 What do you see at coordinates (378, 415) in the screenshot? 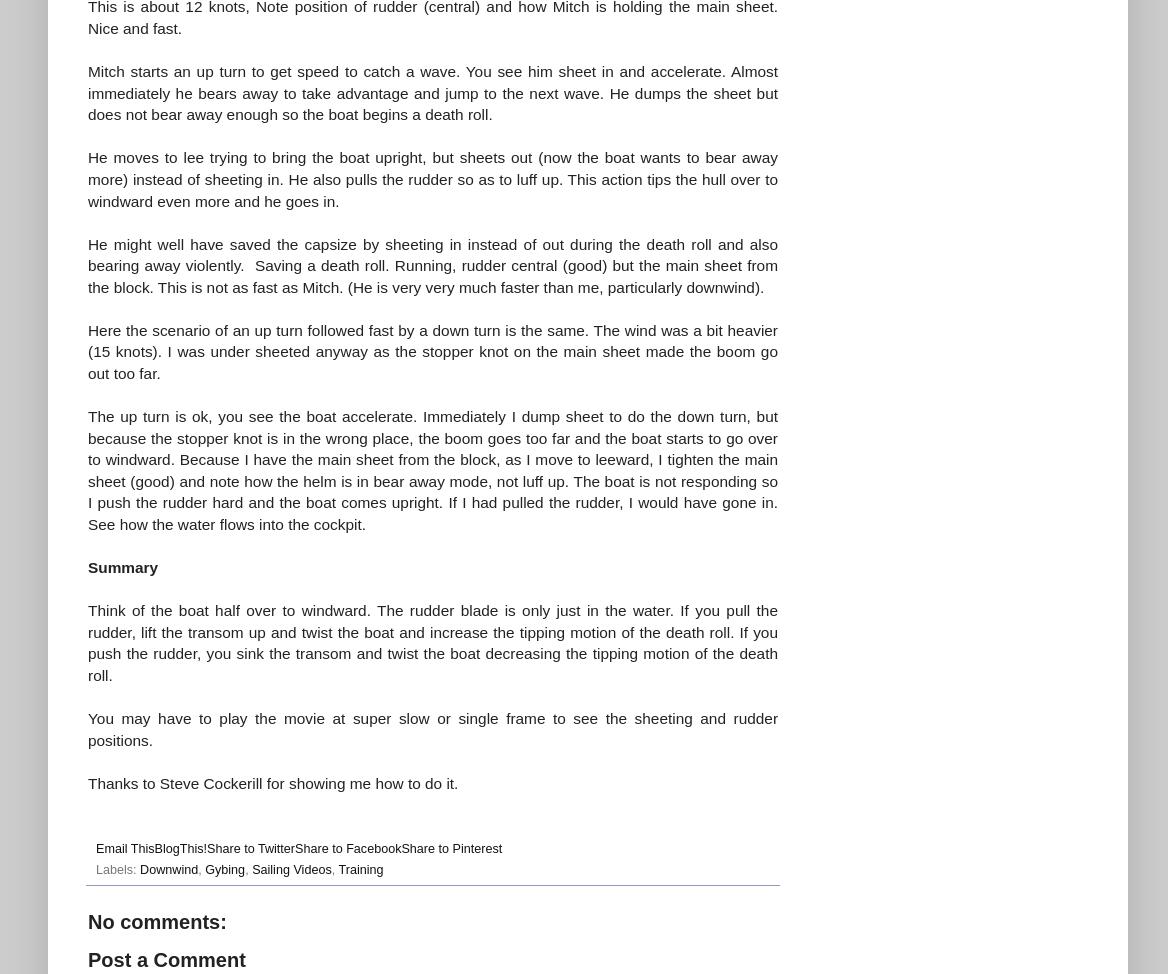
I see `'The up turn is ok, you see the boat accelerate.
Immediately I dump sheet to do the'` at bounding box center [378, 415].